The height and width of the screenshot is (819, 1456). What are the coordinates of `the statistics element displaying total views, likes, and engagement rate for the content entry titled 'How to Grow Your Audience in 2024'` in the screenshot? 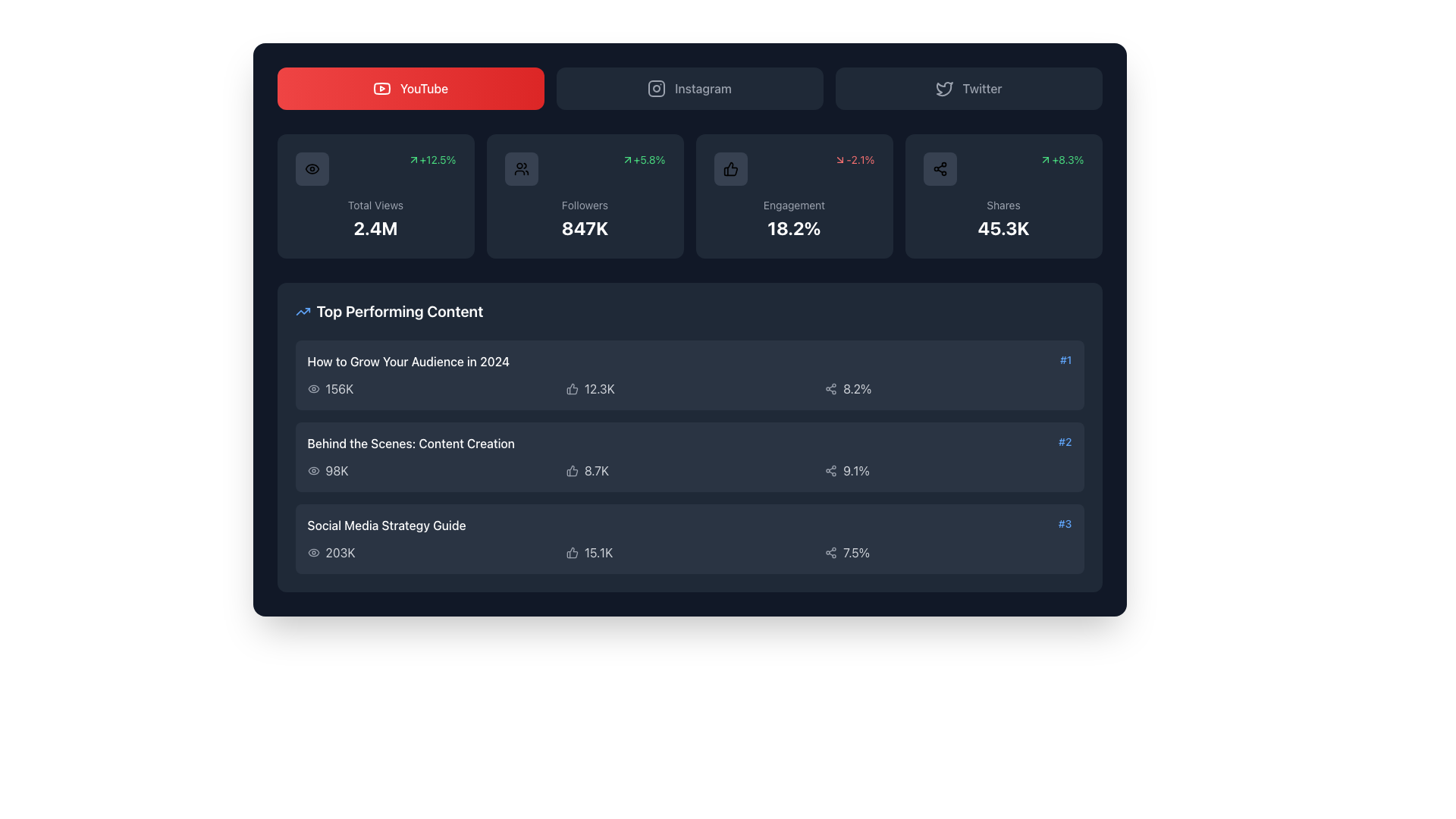 It's located at (689, 388).